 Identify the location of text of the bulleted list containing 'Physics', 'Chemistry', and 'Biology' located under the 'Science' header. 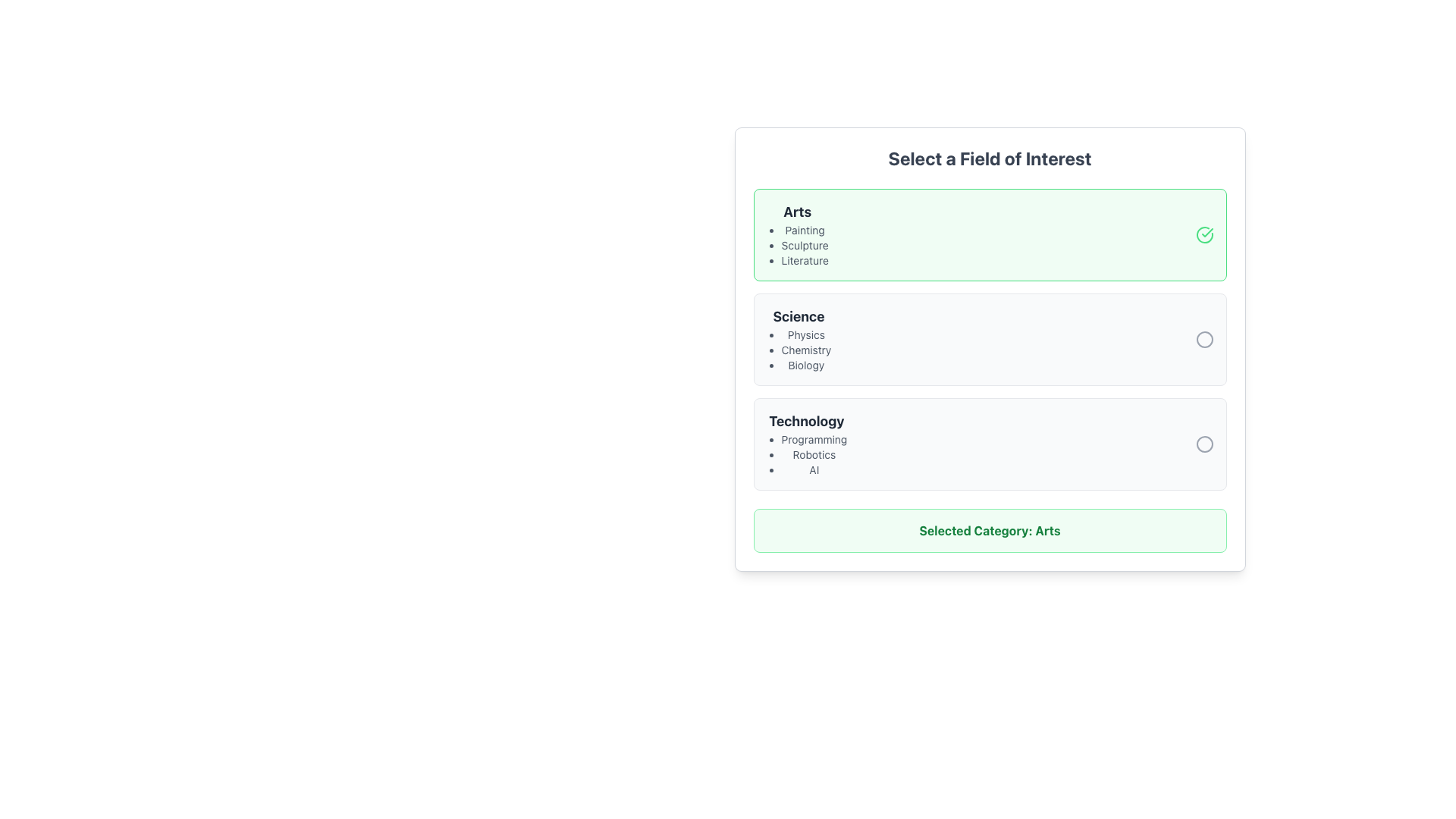
(798, 350).